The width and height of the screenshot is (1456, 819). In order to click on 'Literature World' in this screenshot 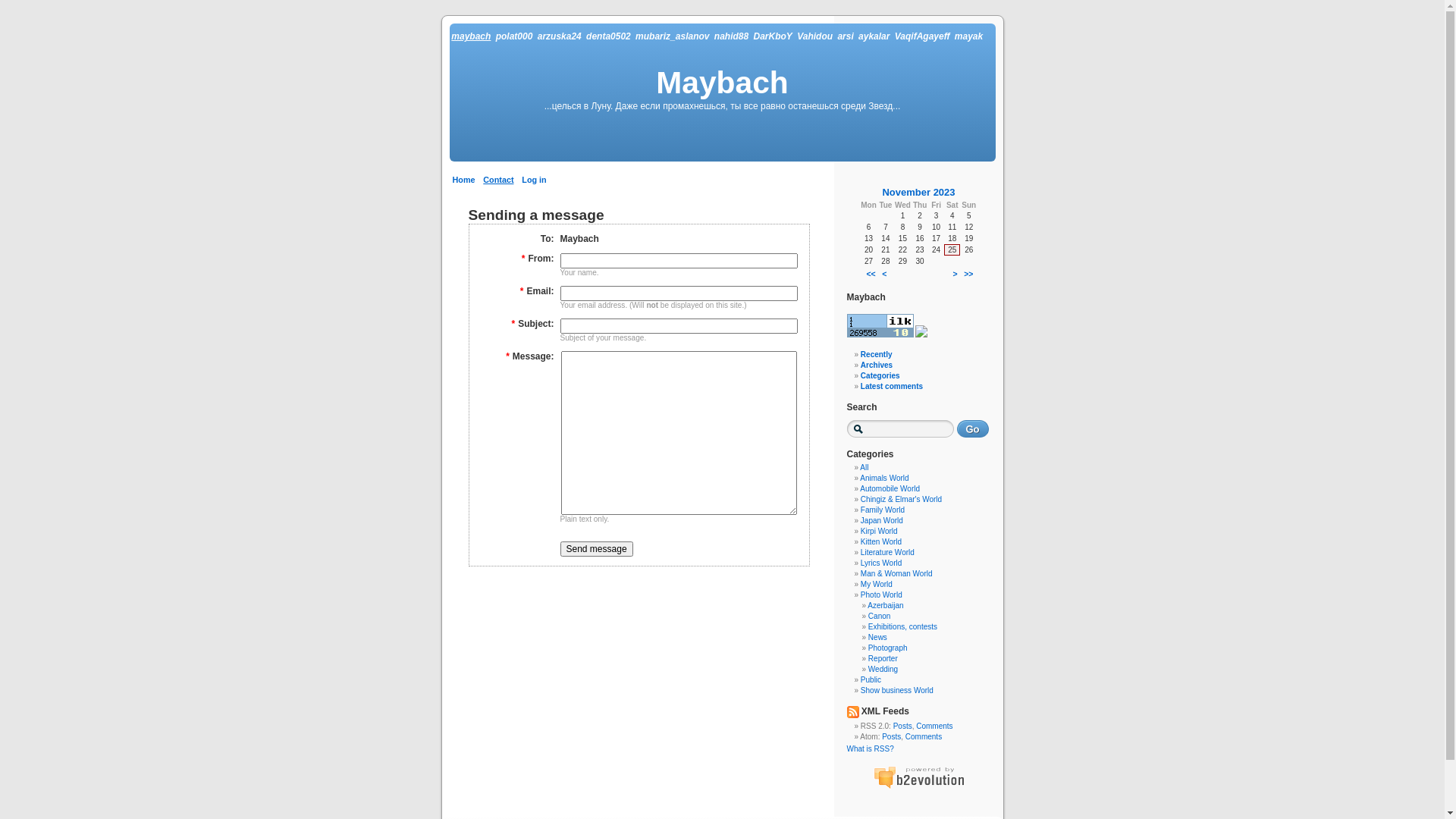, I will do `click(860, 552)`.